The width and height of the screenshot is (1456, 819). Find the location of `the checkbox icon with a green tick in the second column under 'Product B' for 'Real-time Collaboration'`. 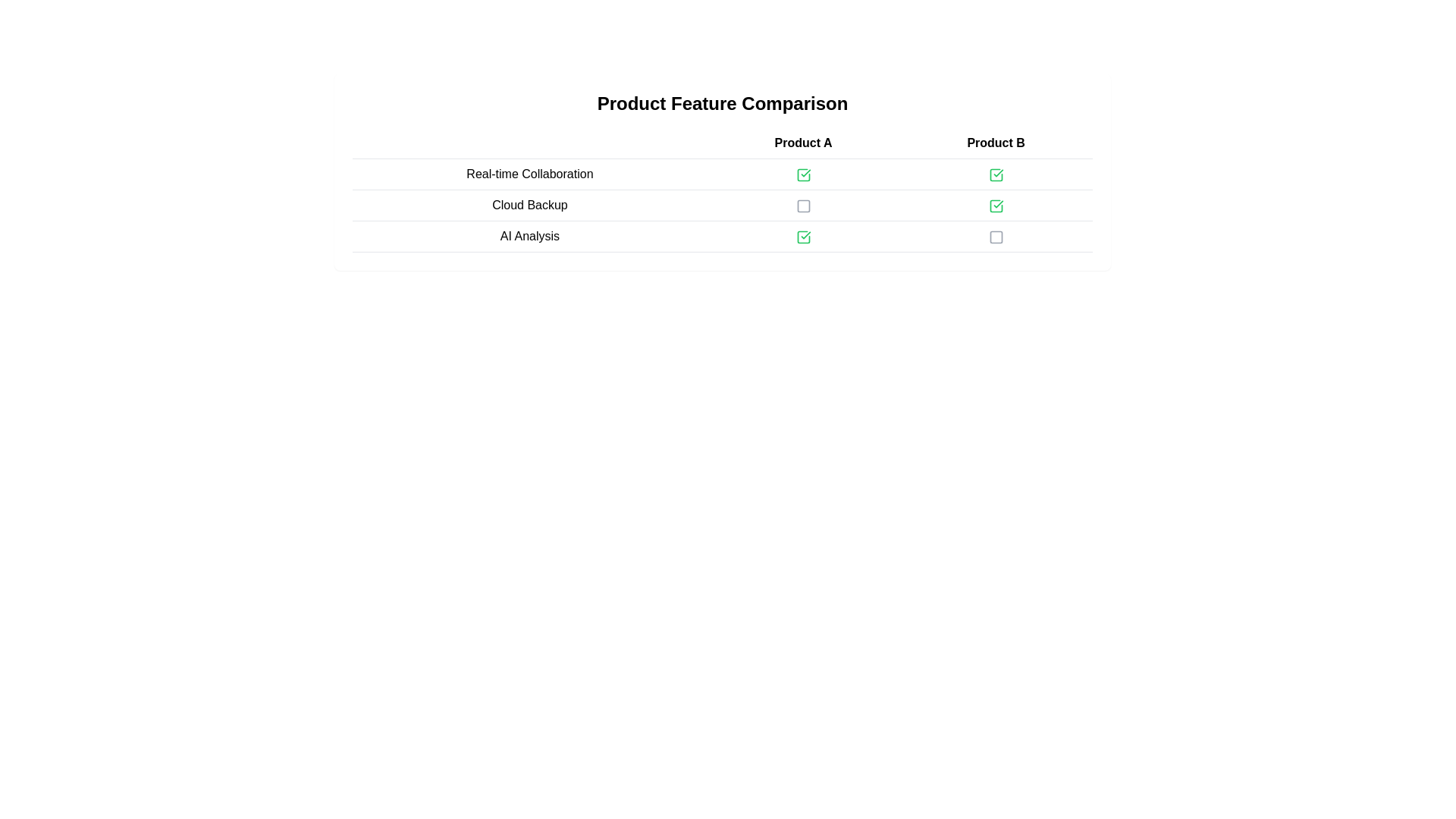

the checkbox icon with a green tick in the second column under 'Product B' for 'Real-time Collaboration' is located at coordinates (996, 174).